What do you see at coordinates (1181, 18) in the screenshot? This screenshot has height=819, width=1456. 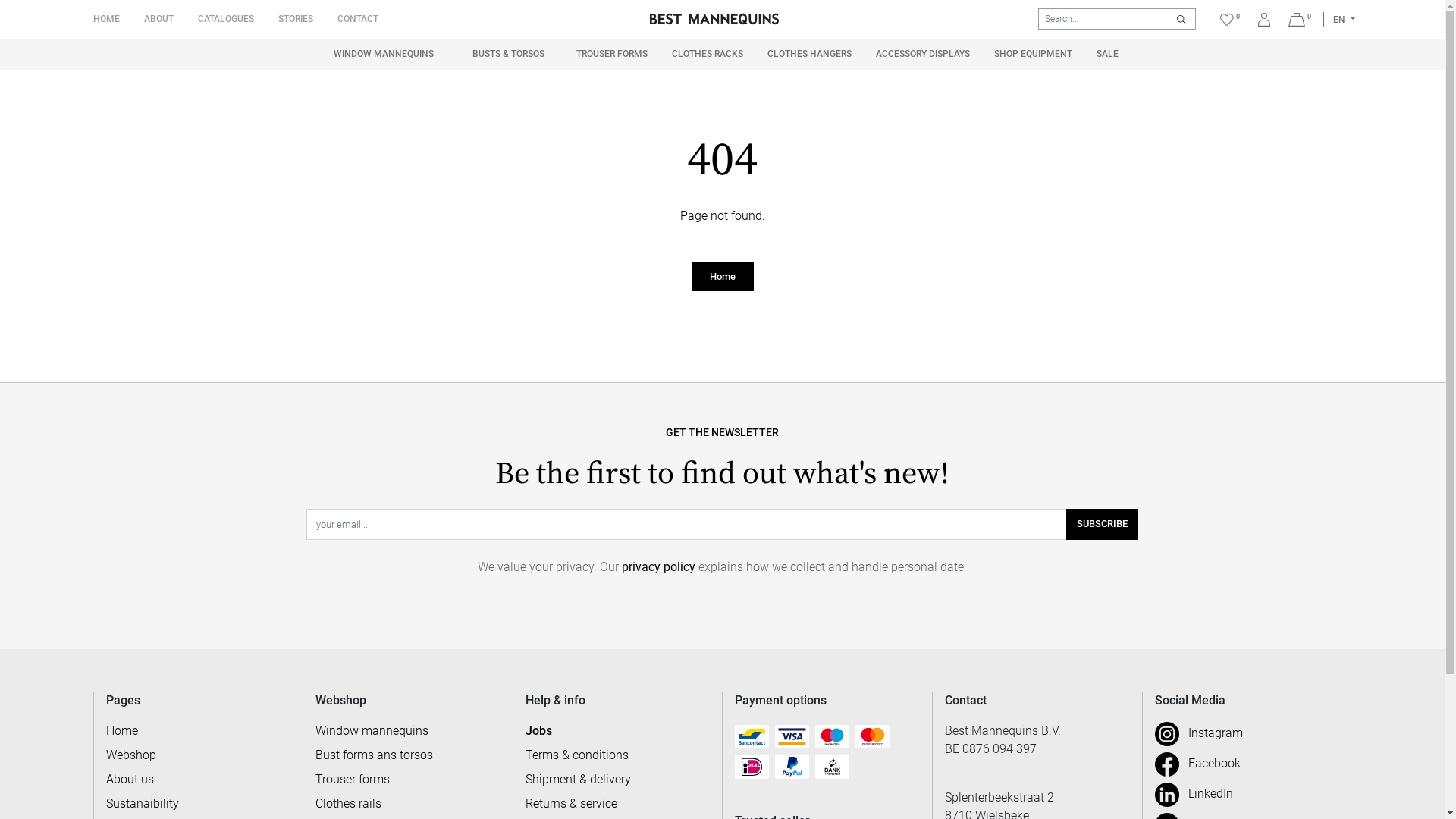 I see `'Search'` at bounding box center [1181, 18].